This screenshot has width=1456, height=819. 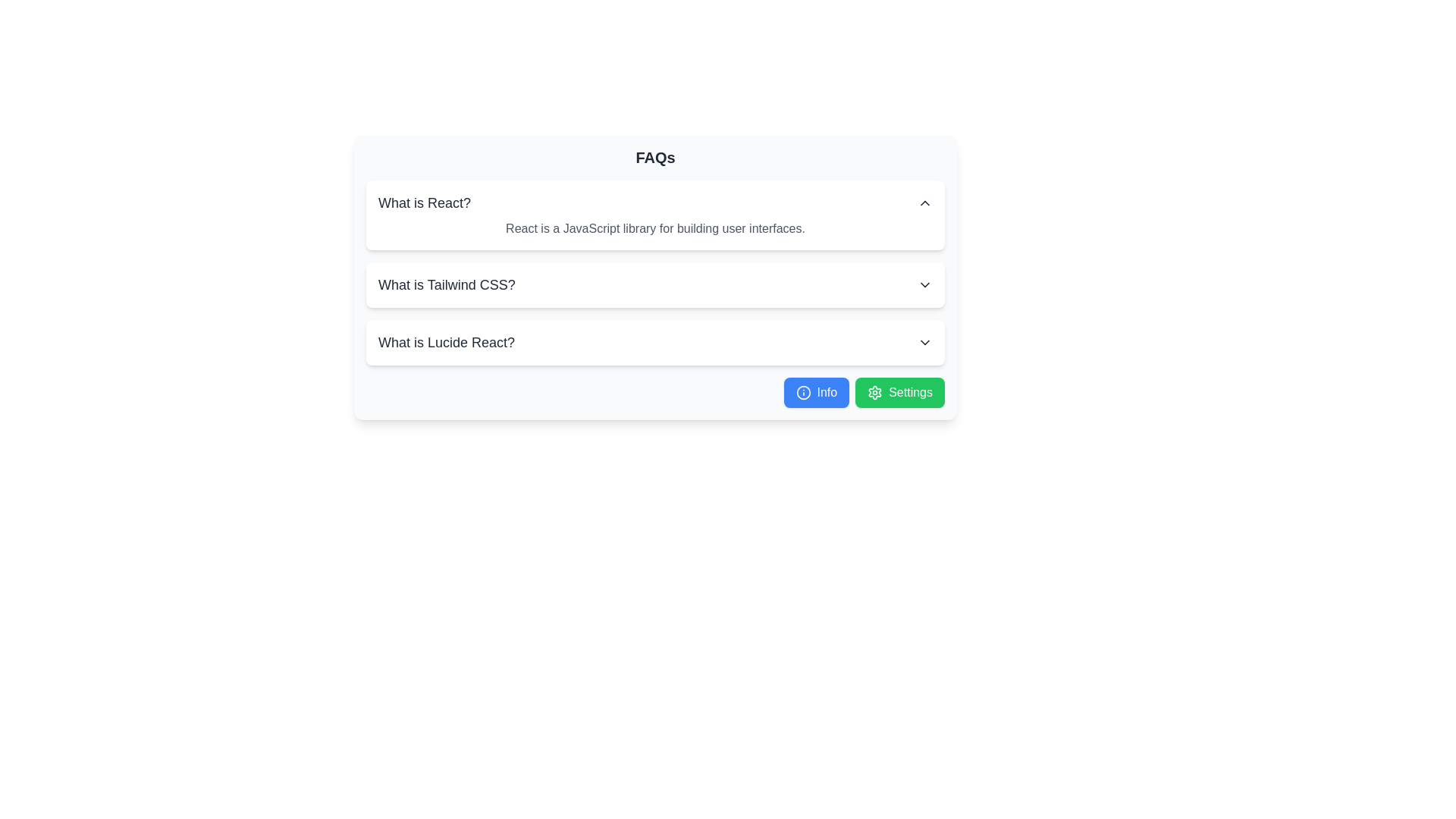 I want to click on the second question header, so click(x=446, y=284).